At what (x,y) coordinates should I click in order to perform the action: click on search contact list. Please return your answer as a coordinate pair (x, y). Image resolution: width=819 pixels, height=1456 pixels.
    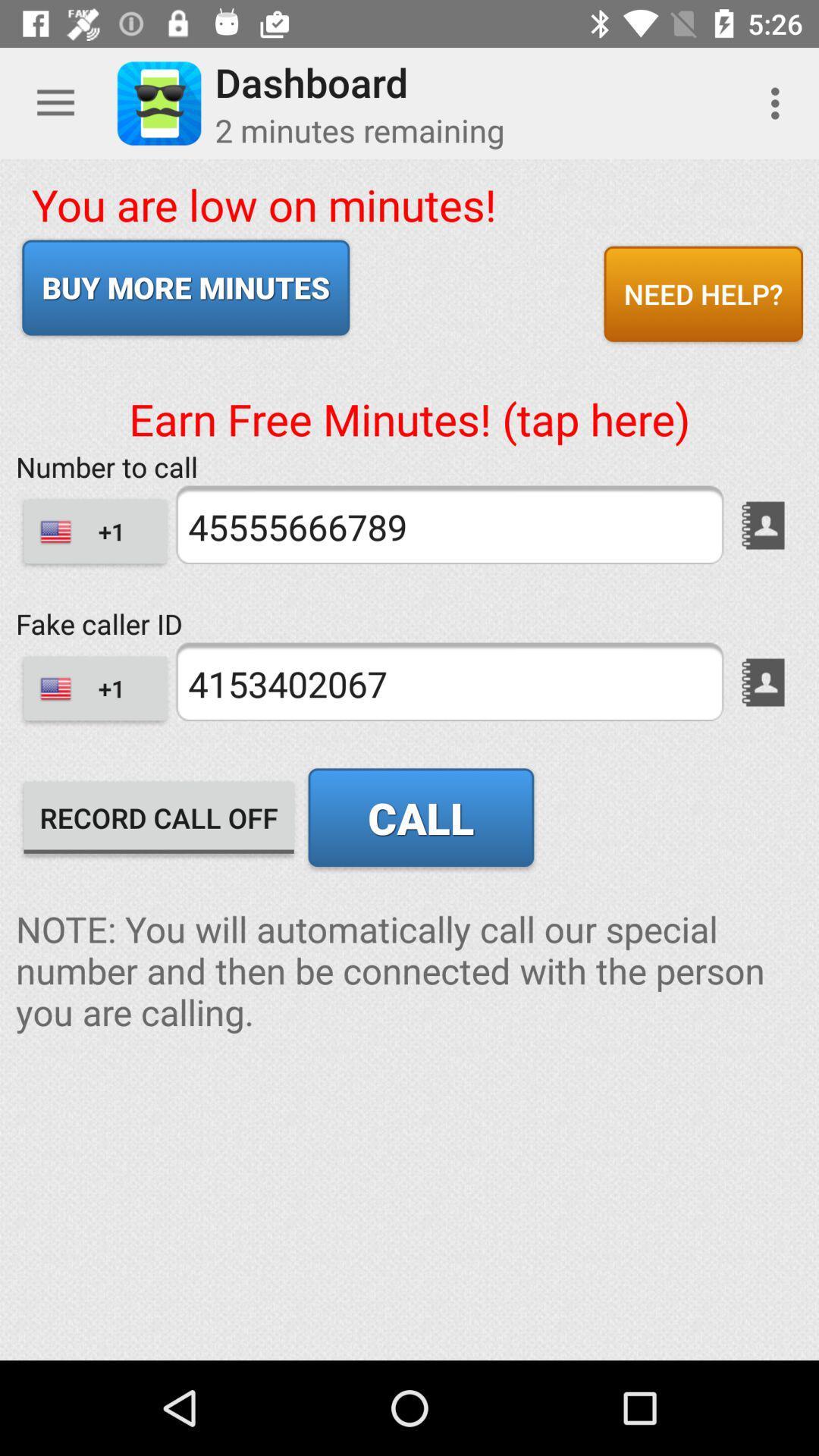
    Looking at the image, I should click on (763, 682).